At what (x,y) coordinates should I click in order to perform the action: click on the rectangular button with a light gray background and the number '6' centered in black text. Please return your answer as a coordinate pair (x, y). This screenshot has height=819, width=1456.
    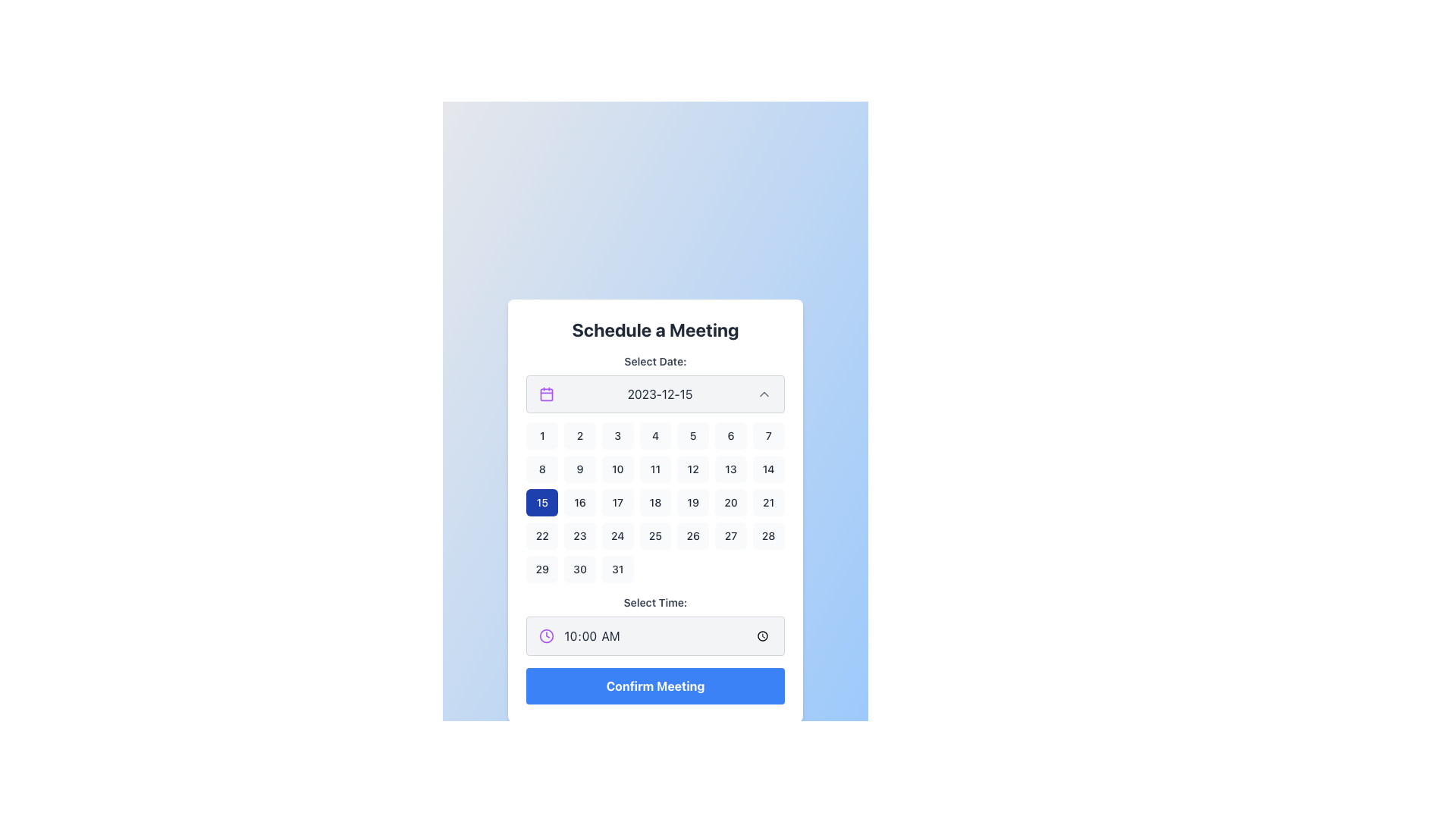
    Looking at the image, I should click on (731, 435).